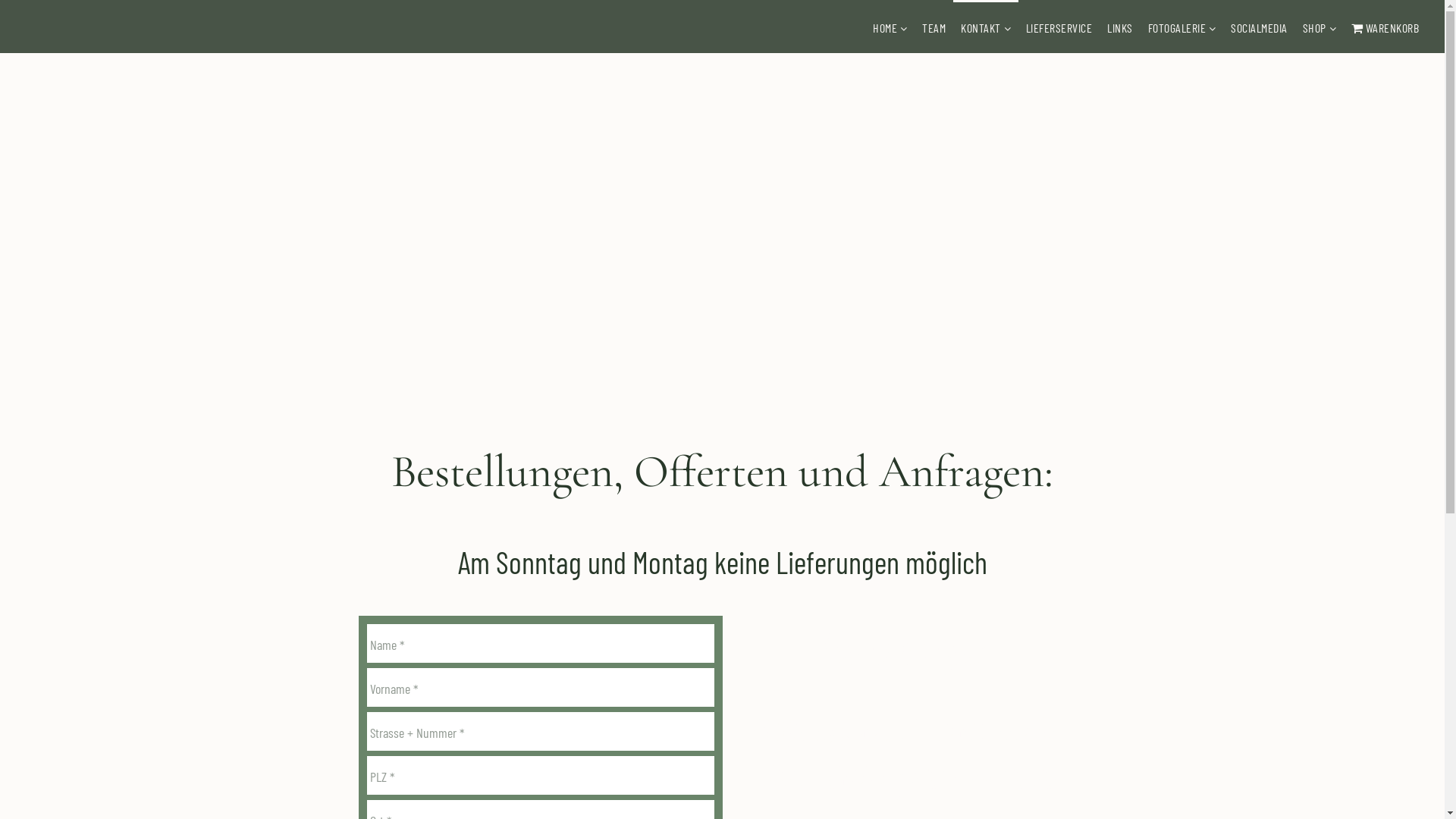 This screenshot has height=819, width=1456. I want to click on 'HOME', so click(884, 27).